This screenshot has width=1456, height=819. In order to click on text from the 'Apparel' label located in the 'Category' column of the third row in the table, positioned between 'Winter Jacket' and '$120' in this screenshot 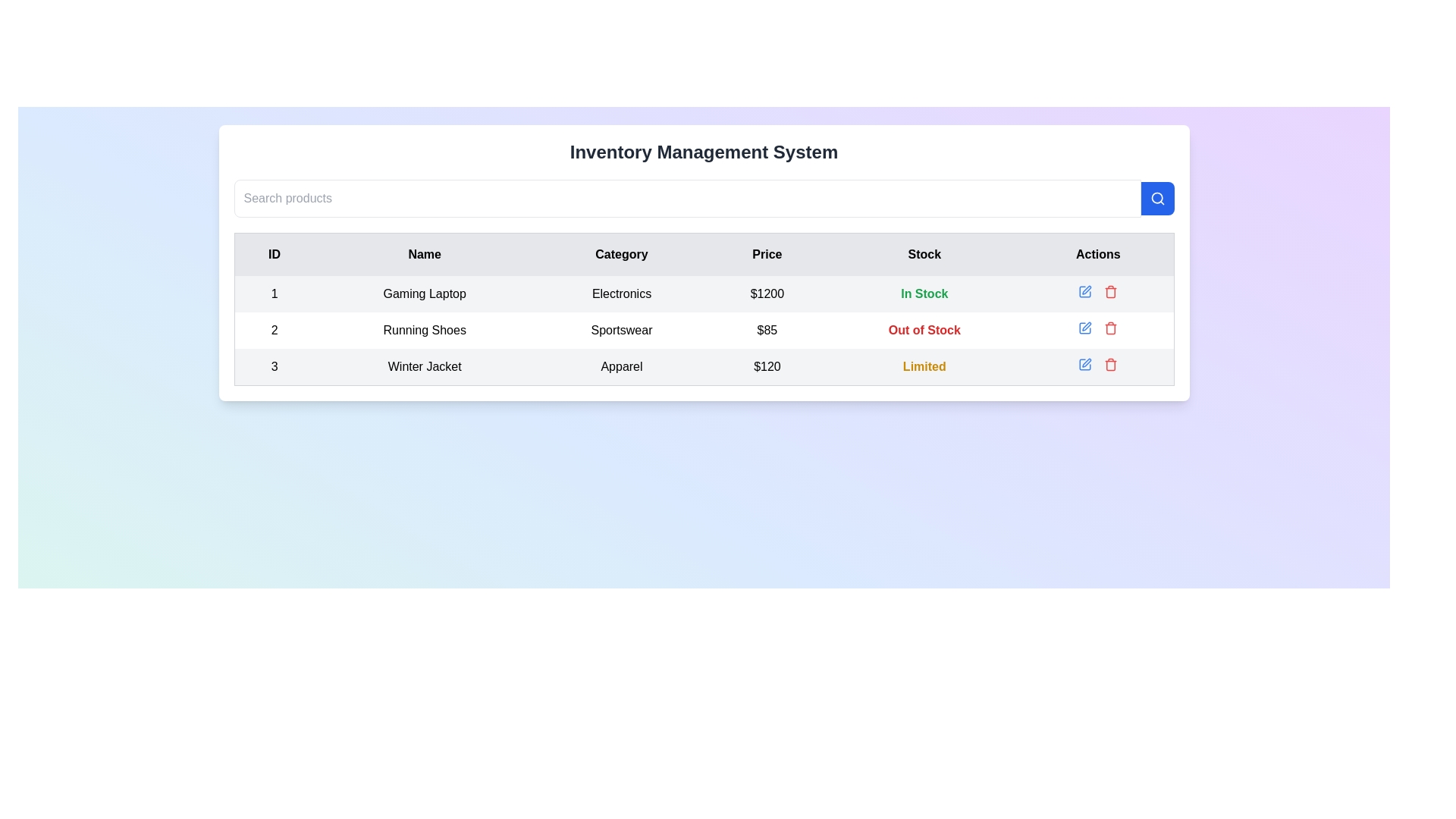, I will do `click(622, 366)`.